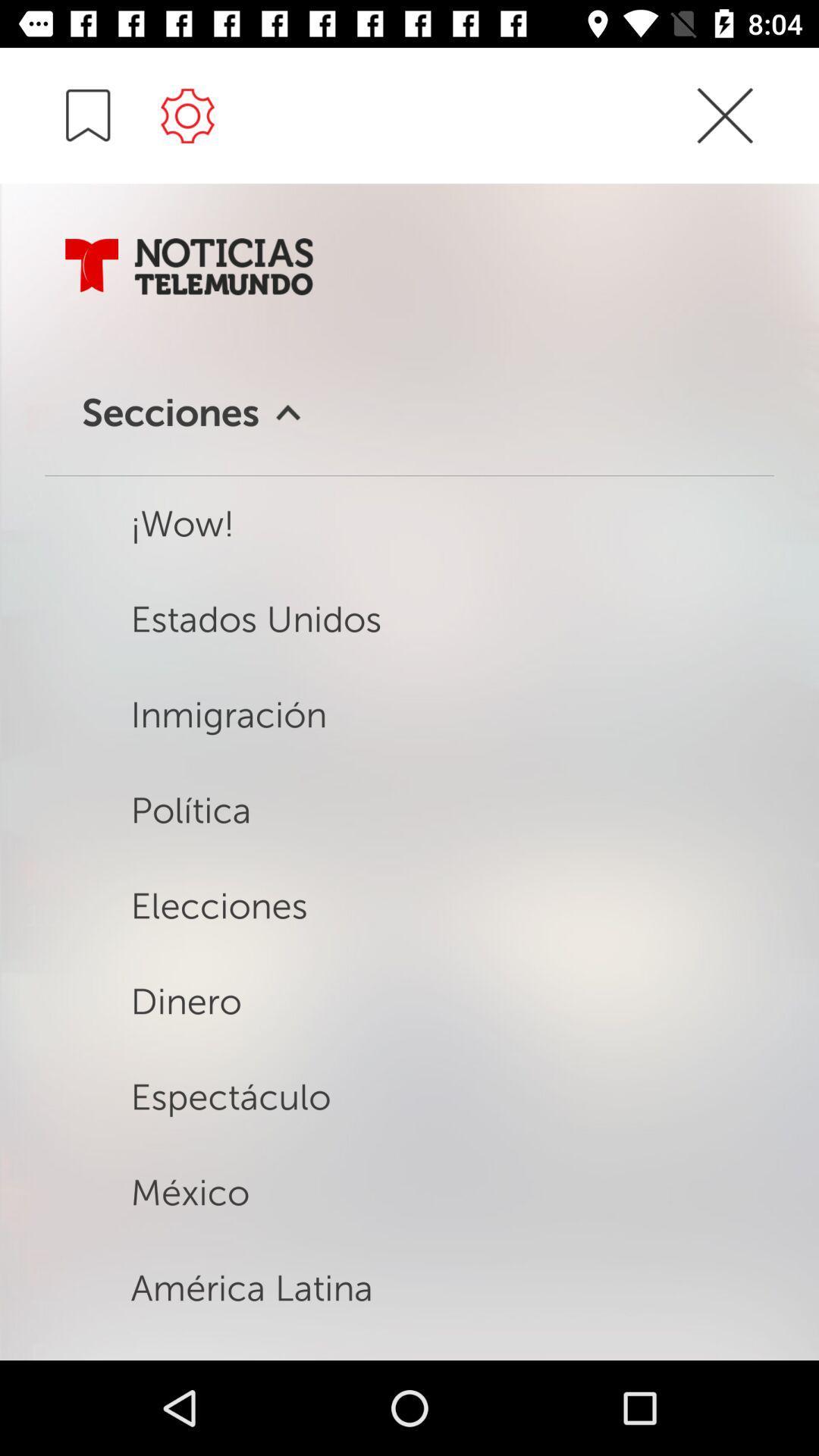 The image size is (819, 1456). What do you see at coordinates (88, 115) in the screenshot?
I see `the minus icon` at bounding box center [88, 115].